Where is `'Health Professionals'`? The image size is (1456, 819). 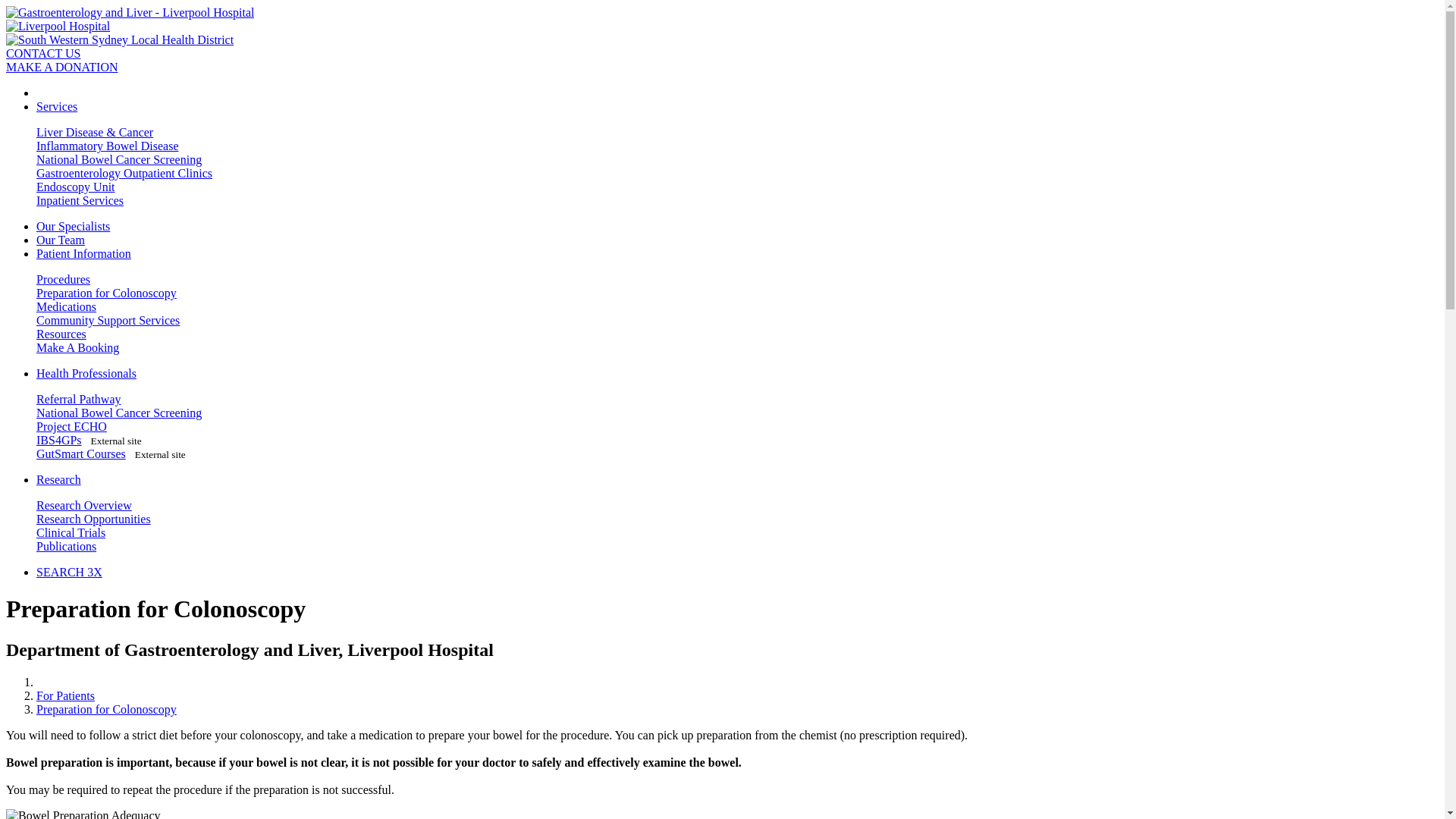 'Health Professionals' is located at coordinates (36, 373).